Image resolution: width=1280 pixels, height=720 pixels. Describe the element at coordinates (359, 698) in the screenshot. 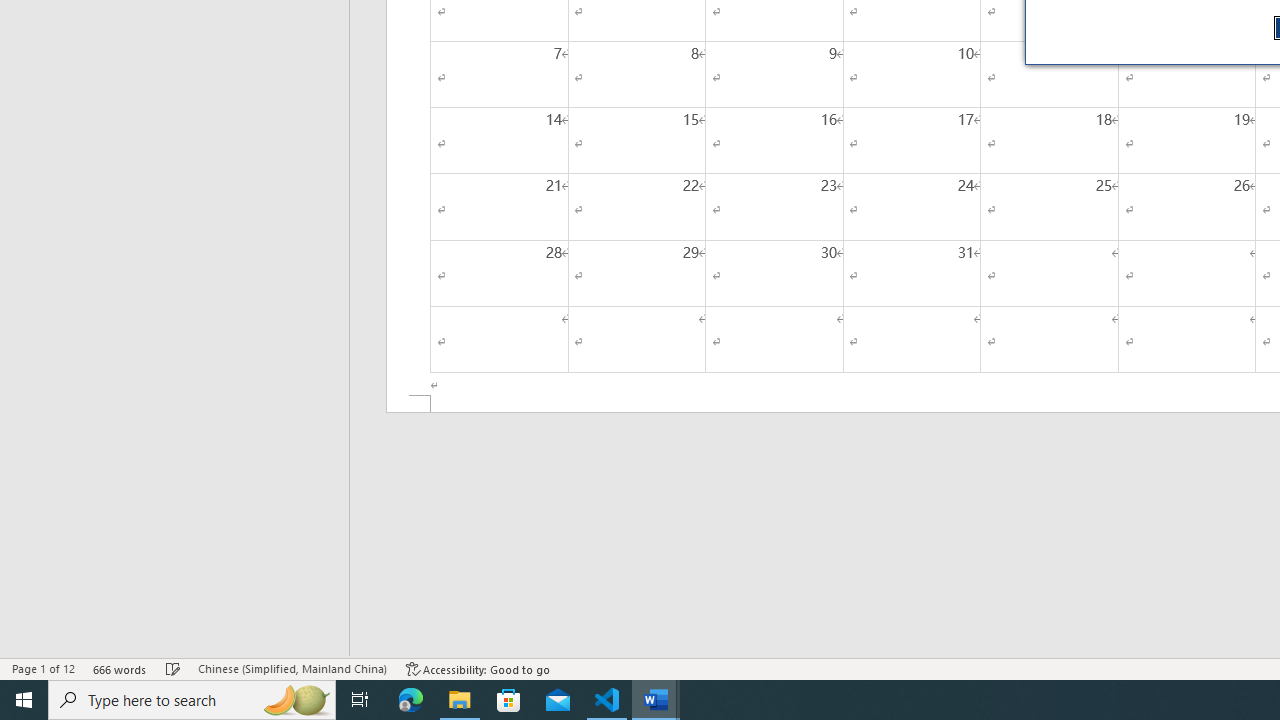

I see `'Task View'` at that location.